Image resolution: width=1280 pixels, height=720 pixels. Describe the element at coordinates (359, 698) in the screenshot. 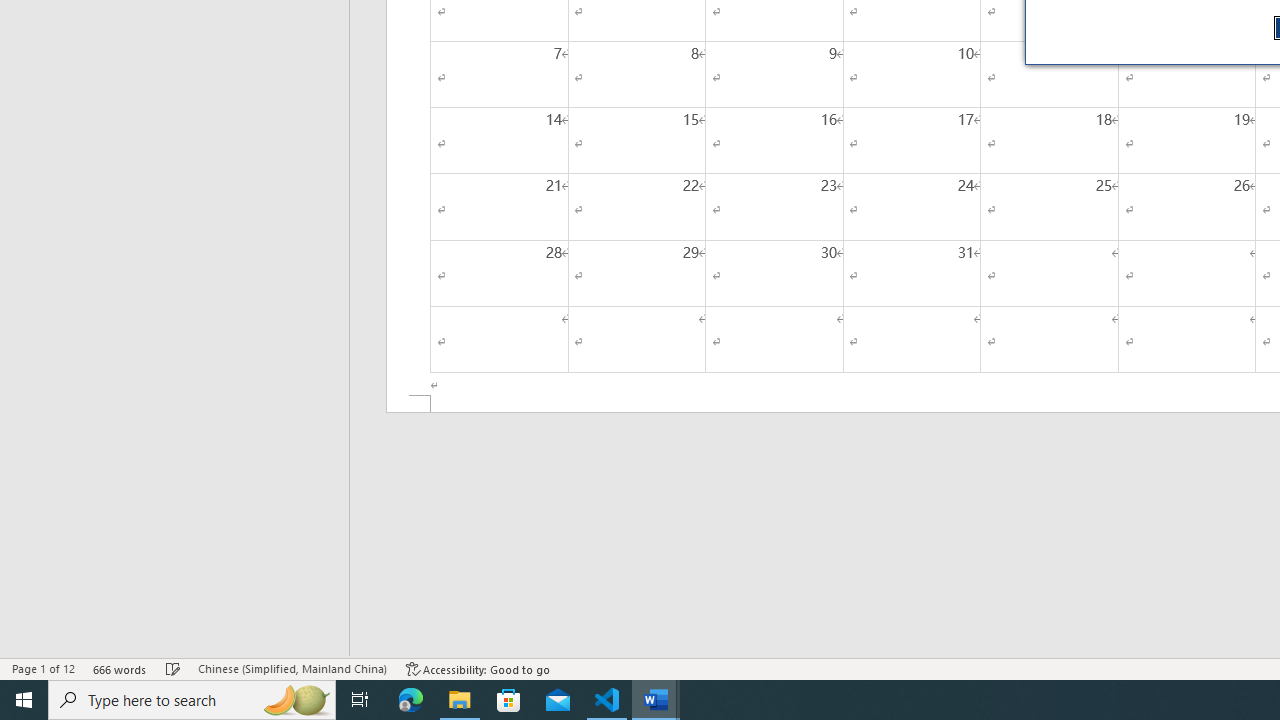

I see `'Task View'` at that location.